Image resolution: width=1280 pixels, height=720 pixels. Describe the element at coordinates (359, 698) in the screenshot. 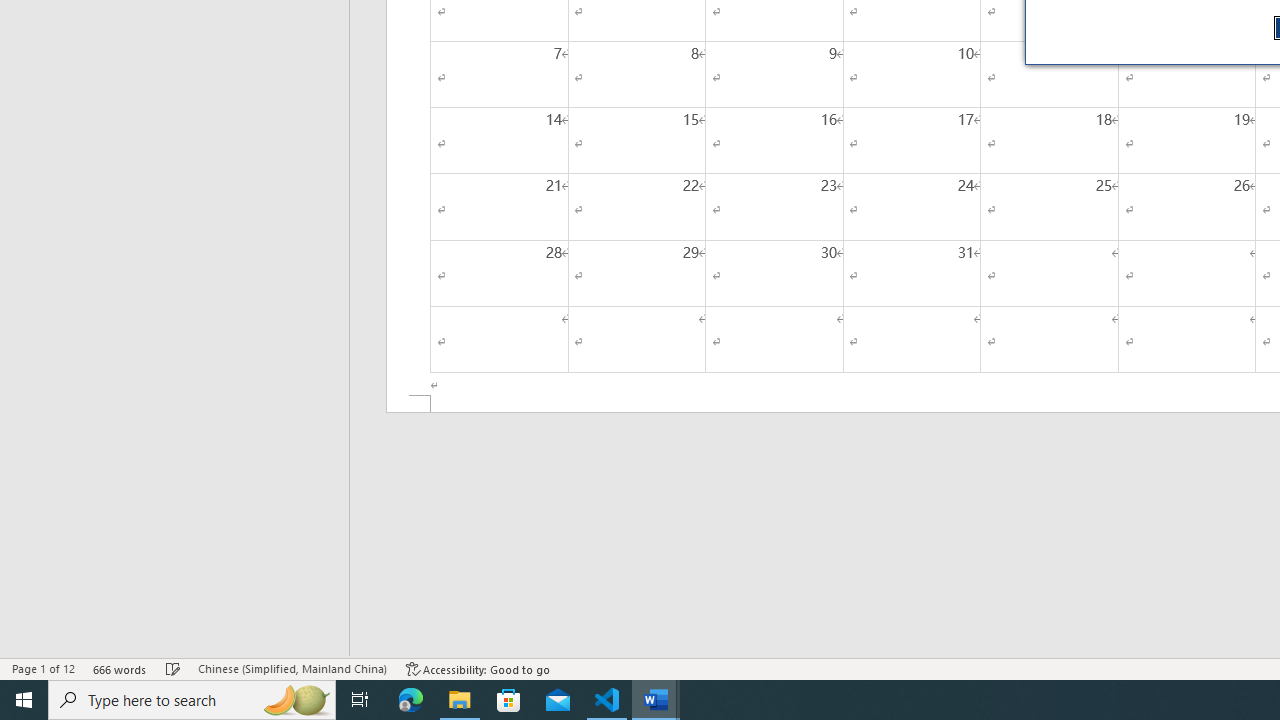

I see `'Task View'` at that location.